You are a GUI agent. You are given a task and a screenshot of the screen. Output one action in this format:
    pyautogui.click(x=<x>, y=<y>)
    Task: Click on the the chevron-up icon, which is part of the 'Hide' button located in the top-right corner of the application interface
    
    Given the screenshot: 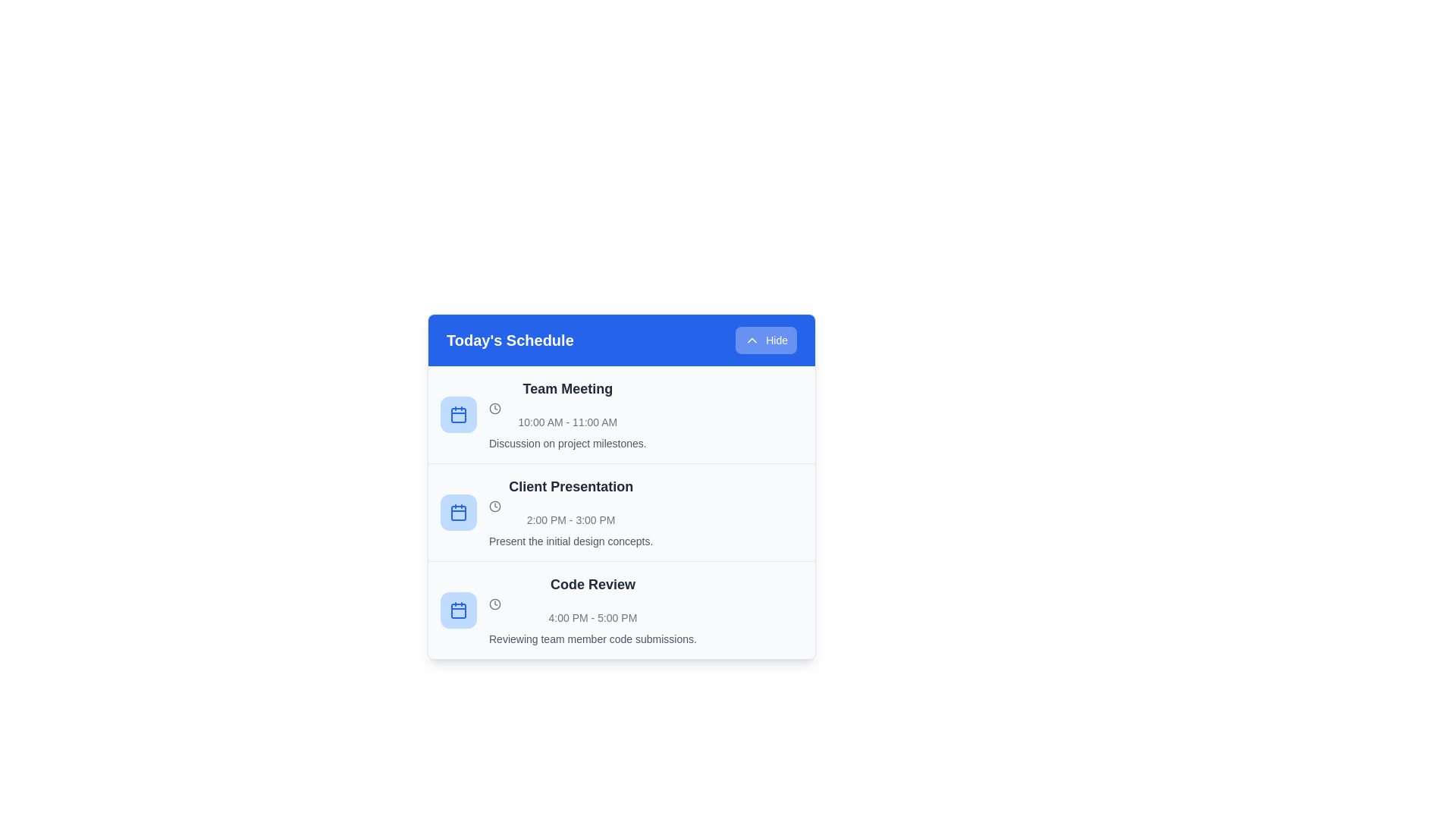 What is the action you would take?
    pyautogui.click(x=752, y=339)
    